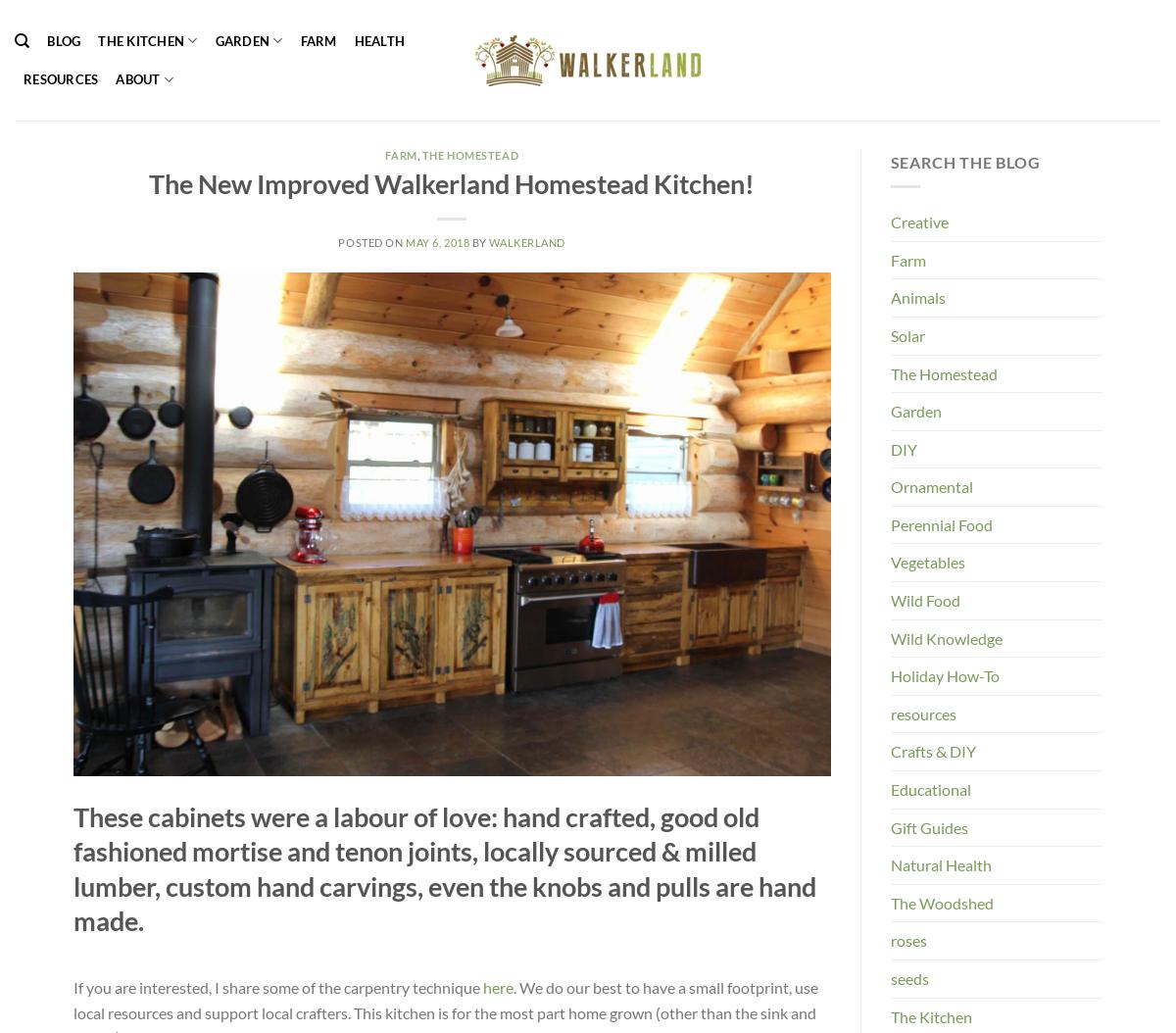 This screenshot has height=1033, width=1176. Describe the element at coordinates (418, 155) in the screenshot. I see `','` at that location.